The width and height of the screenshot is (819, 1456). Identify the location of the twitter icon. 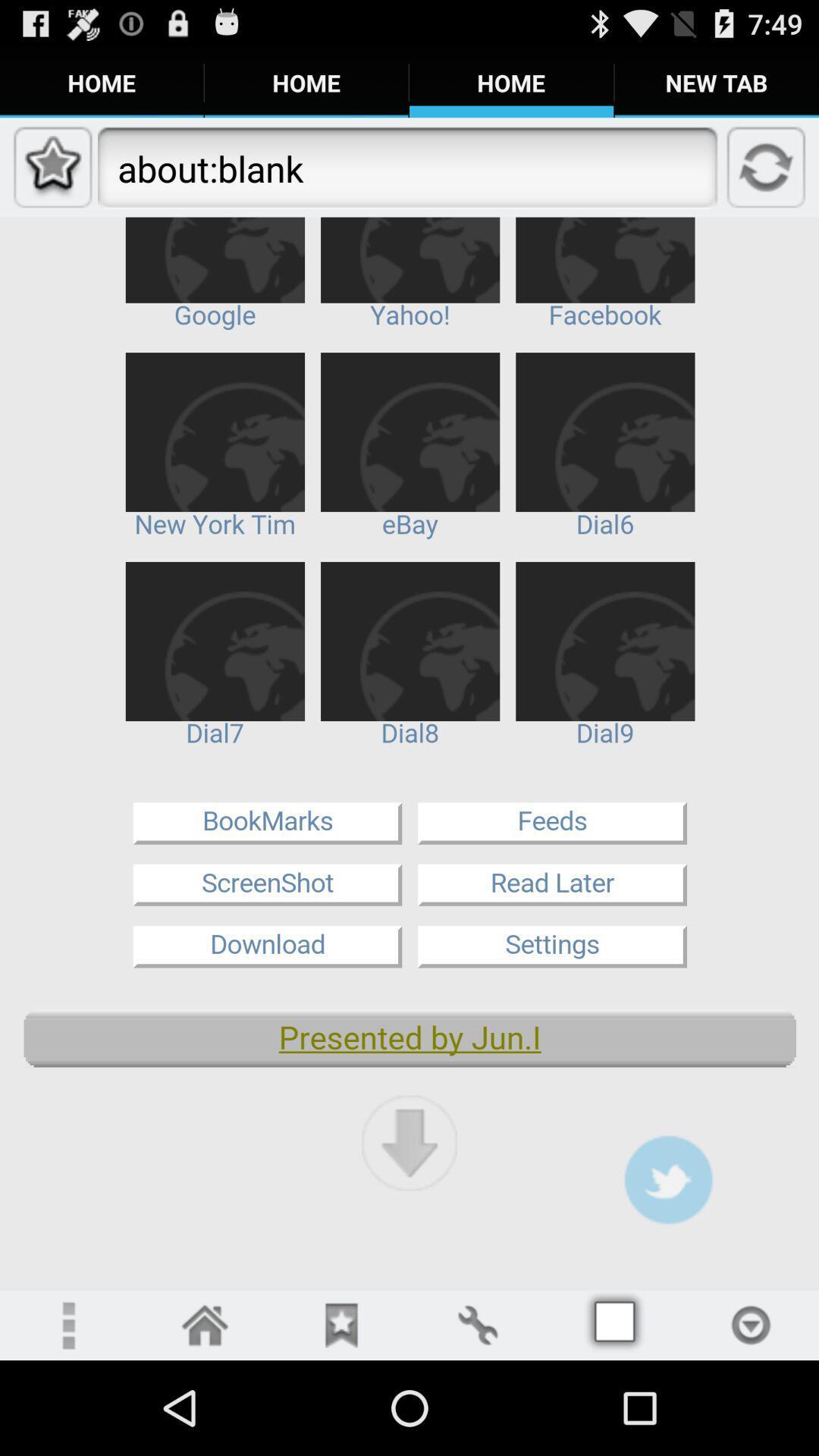
(667, 1263).